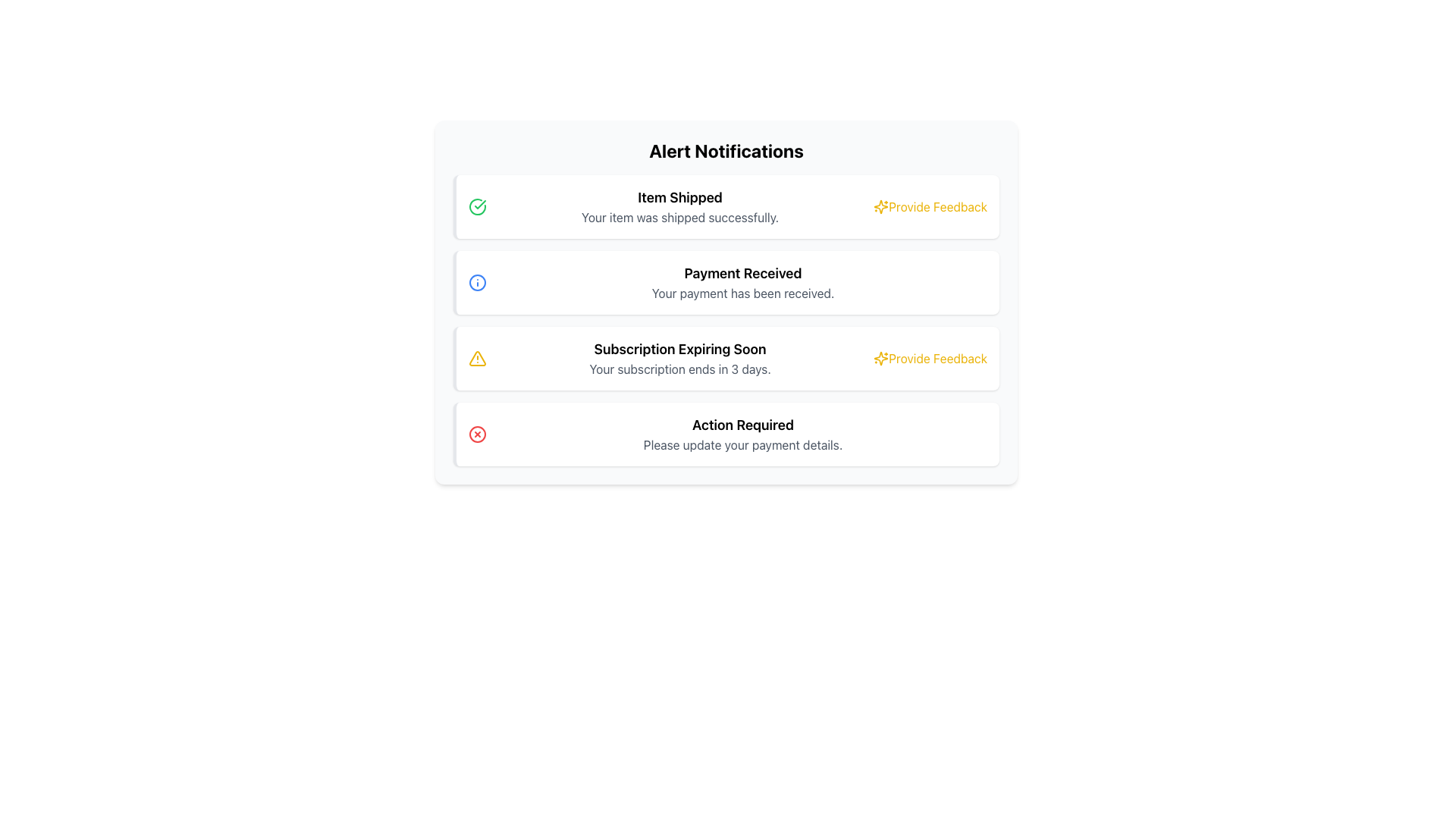  I want to click on the alert icon indicating subscription expiration located in the third alert card from the top, positioned to the far left and vertically centered, so click(476, 359).